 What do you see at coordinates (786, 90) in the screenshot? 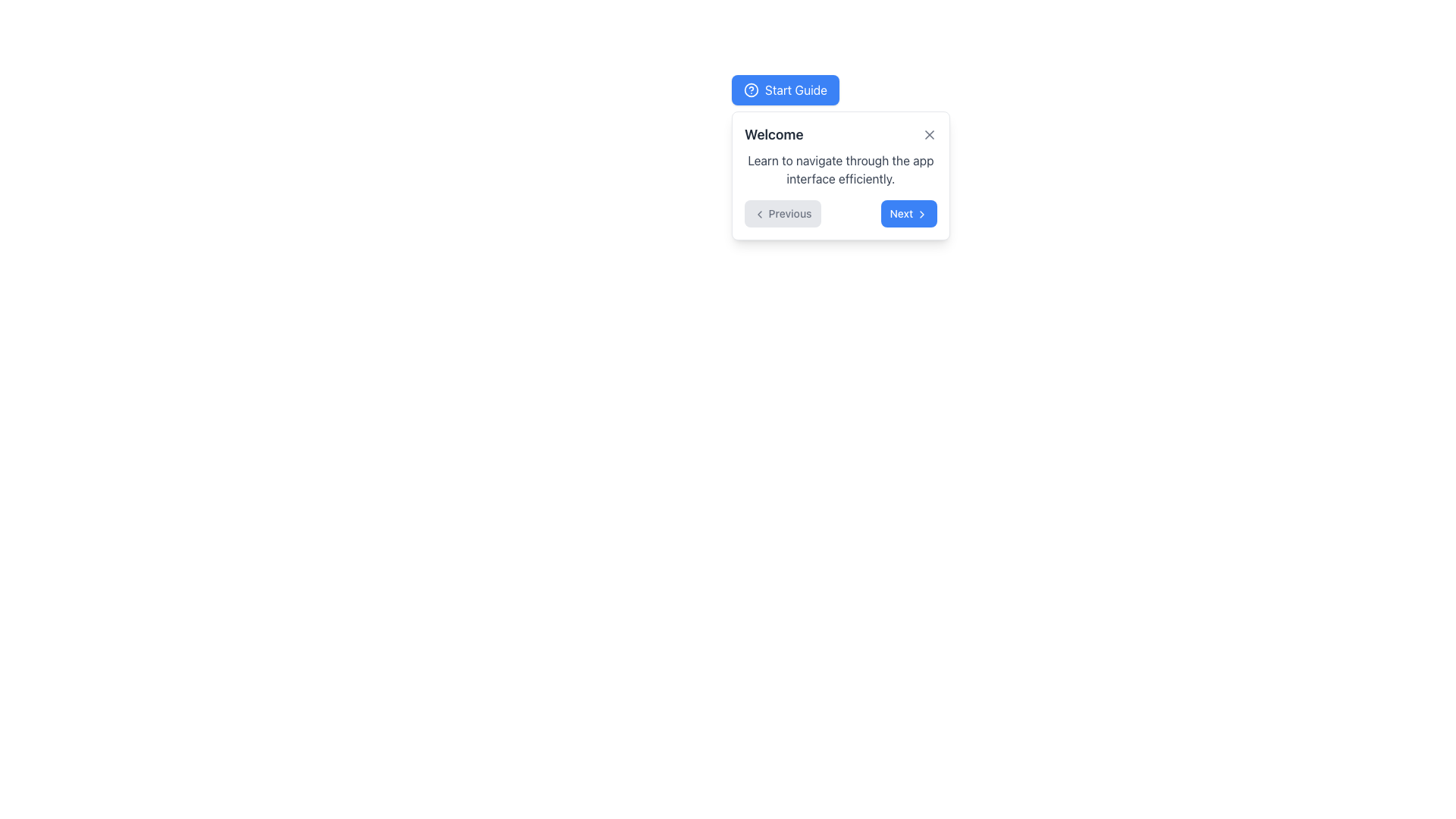
I see `the 'Start Guide' button with a blue background and question mark icon` at bounding box center [786, 90].